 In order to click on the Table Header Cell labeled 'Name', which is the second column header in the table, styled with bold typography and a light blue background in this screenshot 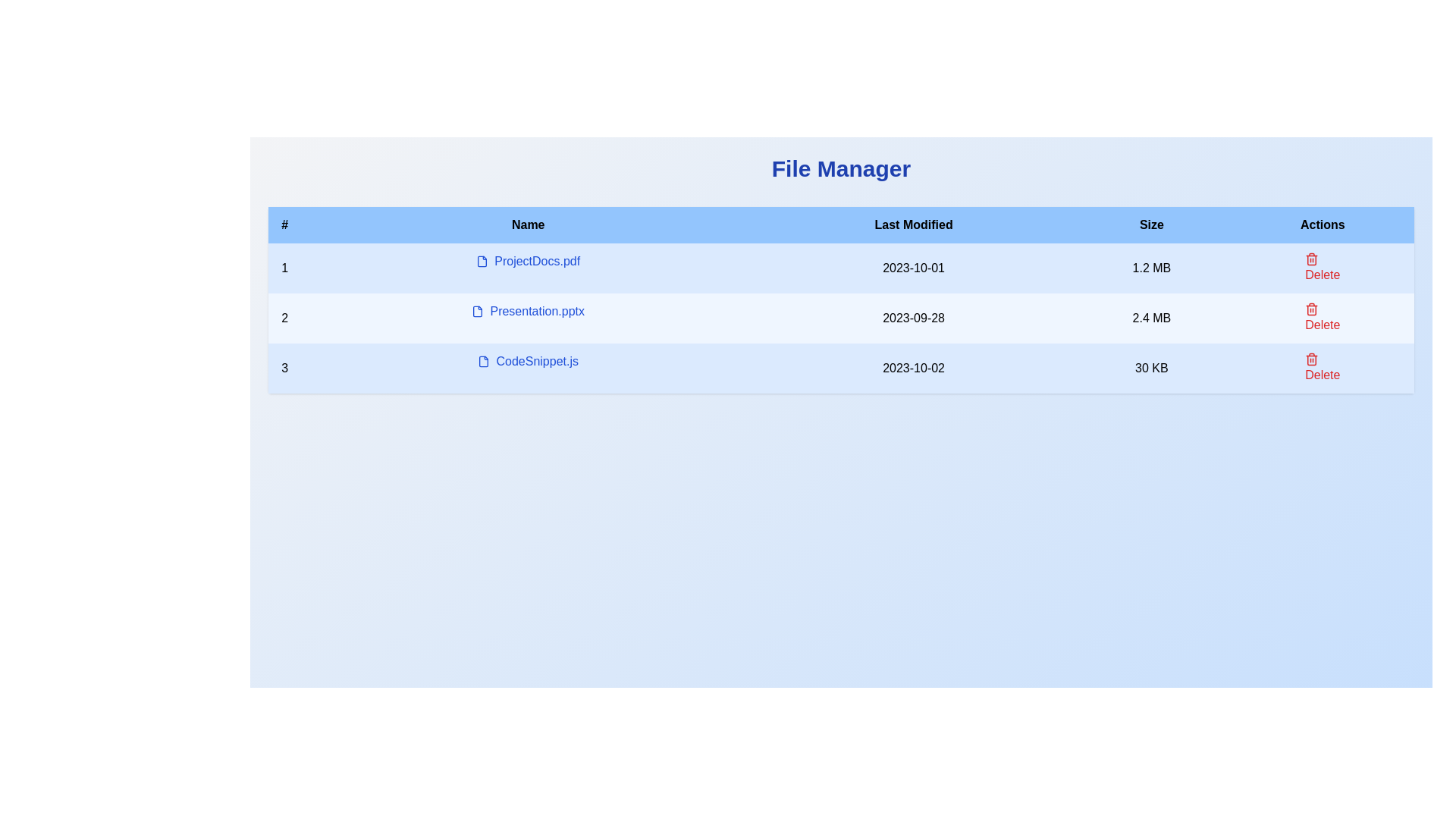, I will do `click(528, 225)`.